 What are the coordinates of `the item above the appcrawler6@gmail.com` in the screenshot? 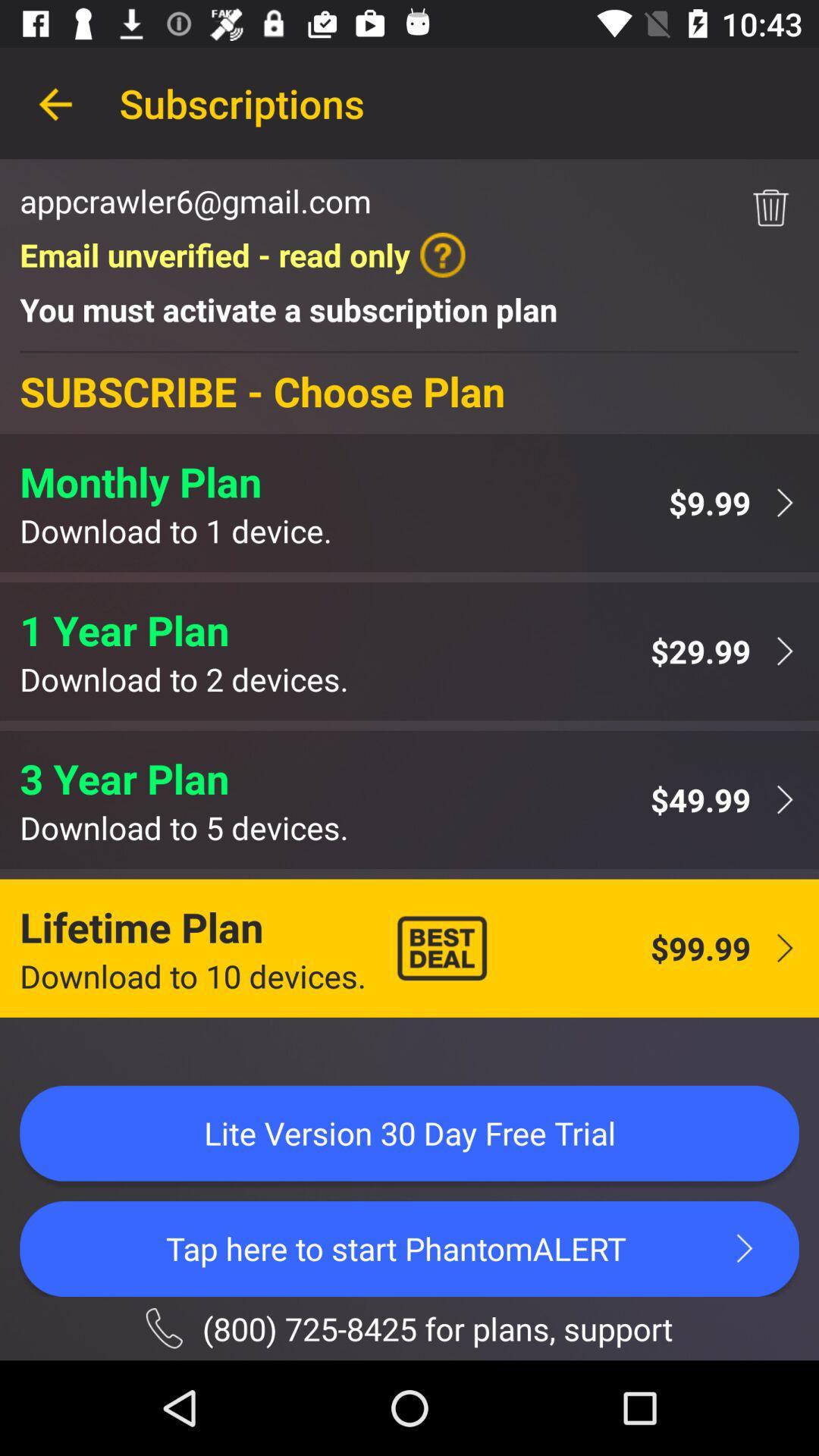 It's located at (55, 102).